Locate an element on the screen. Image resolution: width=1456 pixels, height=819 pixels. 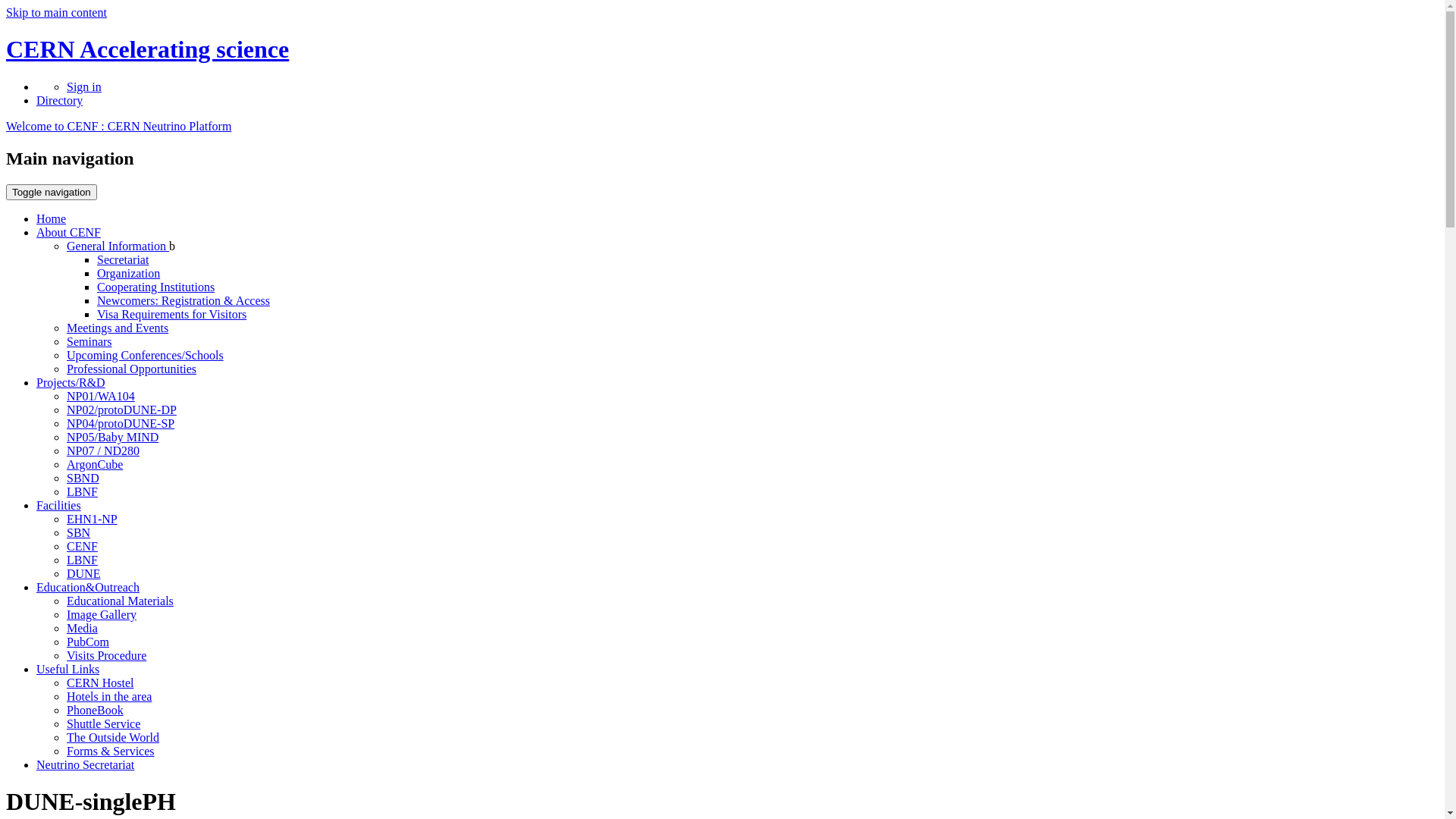
'Organization' is located at coordinates (128, 273).